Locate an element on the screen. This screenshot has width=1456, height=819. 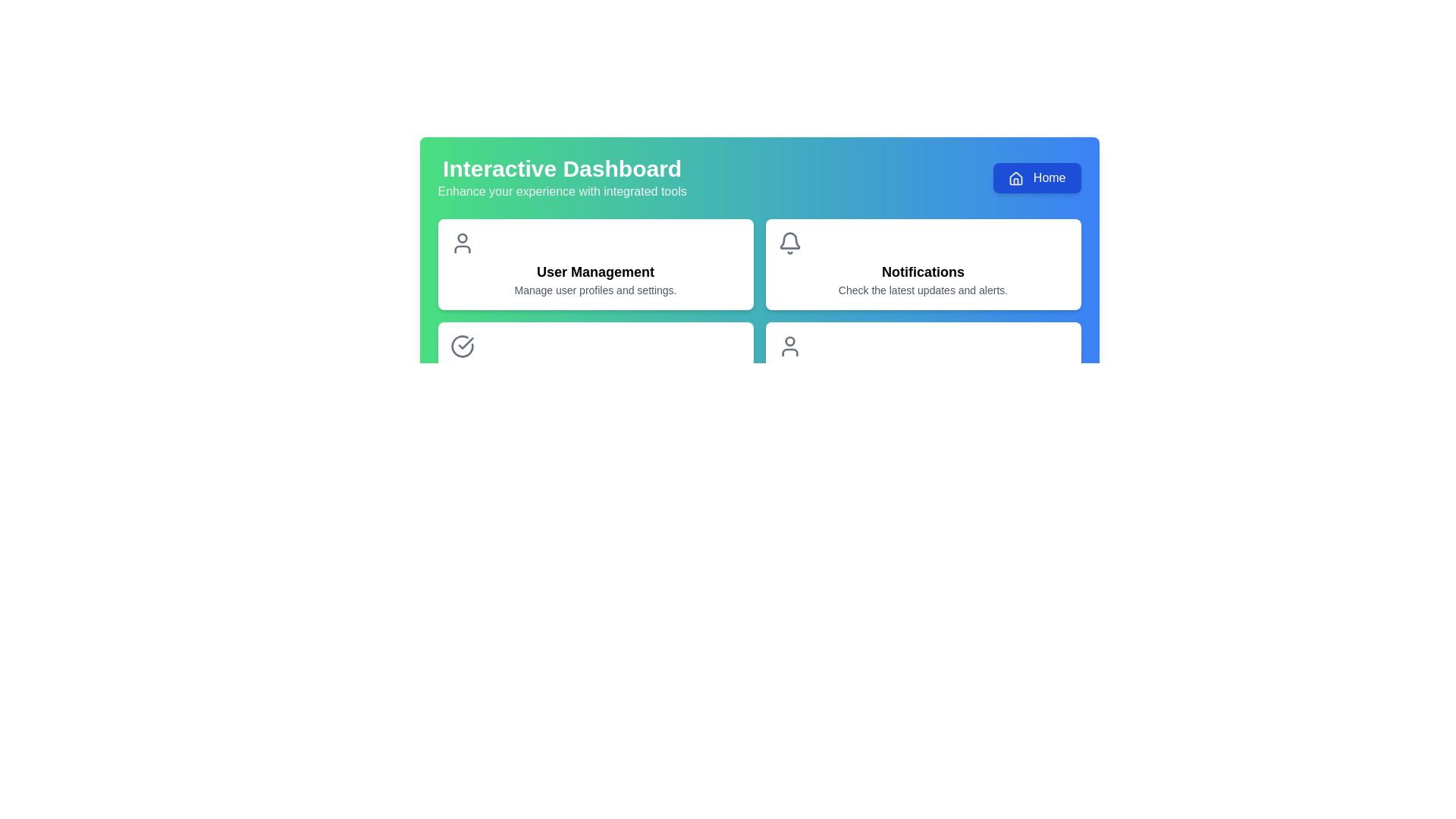
the blue rectangular button with rounded corners labeled 'Home' is located at coordinates (1037, 177).